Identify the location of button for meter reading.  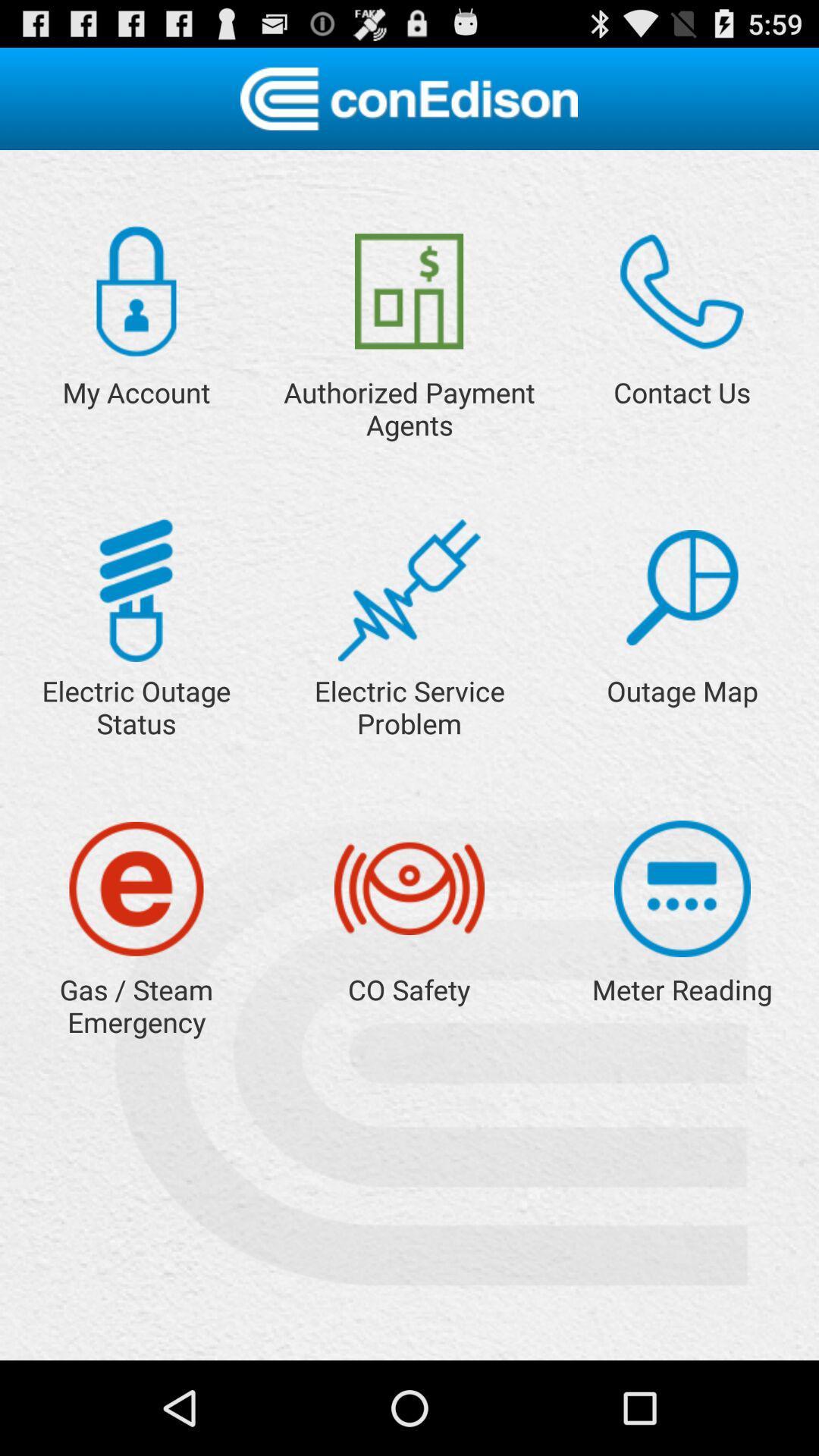
(681, 889).